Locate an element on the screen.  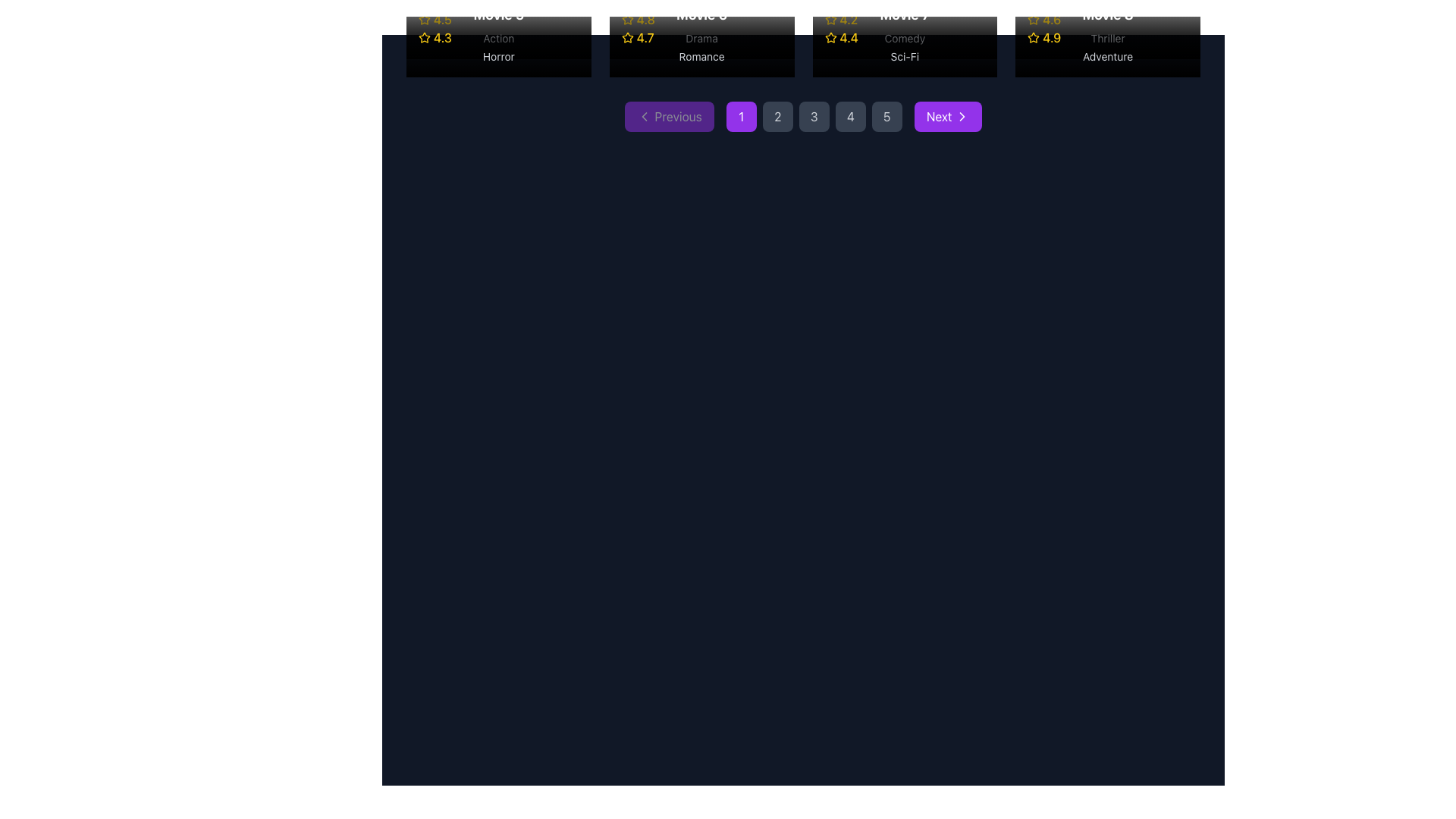
the genre label for the movie located at the bottom right corner of the movie card to read its information is located at coordinates (1108, 55).